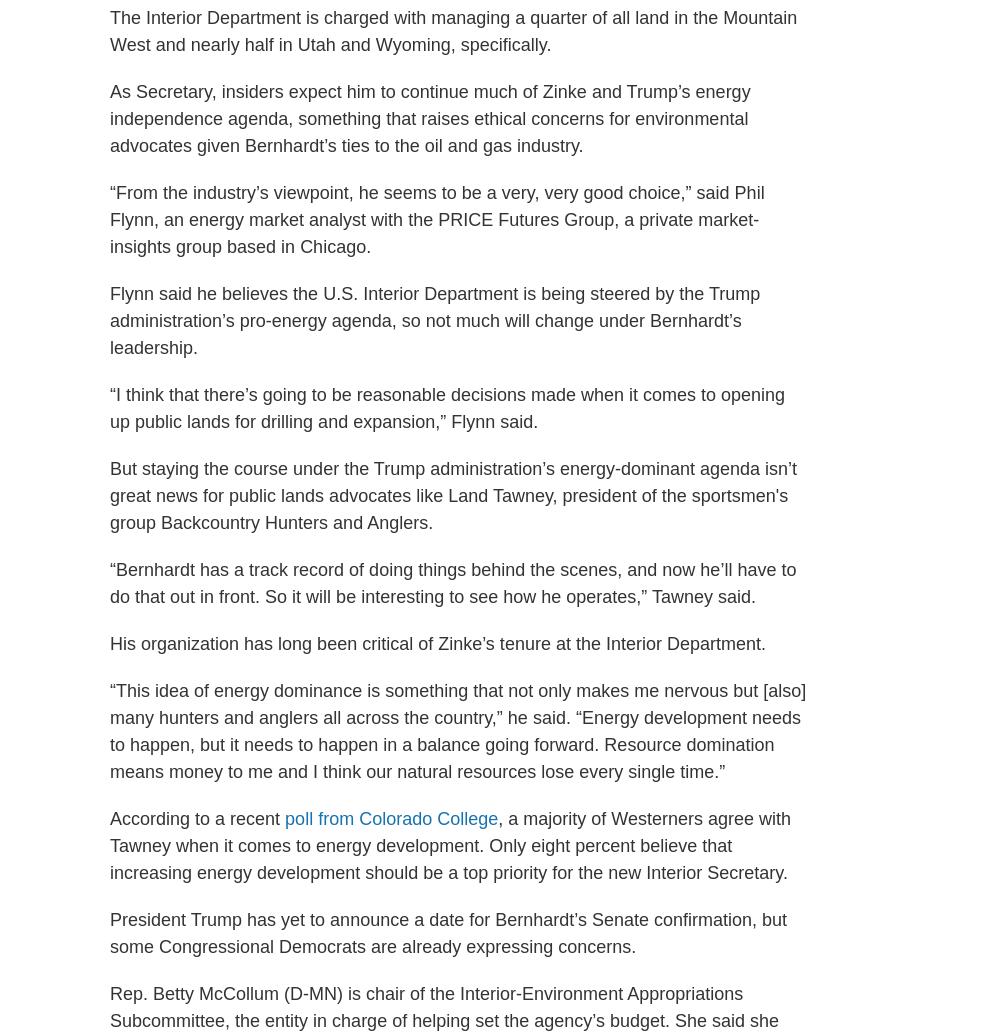  Describe the element at coordinates (435, 319) in the screenshot. I see `'Flynn said he believes the U.S. Interior Department is being steered by the Trump administration’s pro-energy agenda, so not much will change under Bernhardt’s leadership.'` at that location.